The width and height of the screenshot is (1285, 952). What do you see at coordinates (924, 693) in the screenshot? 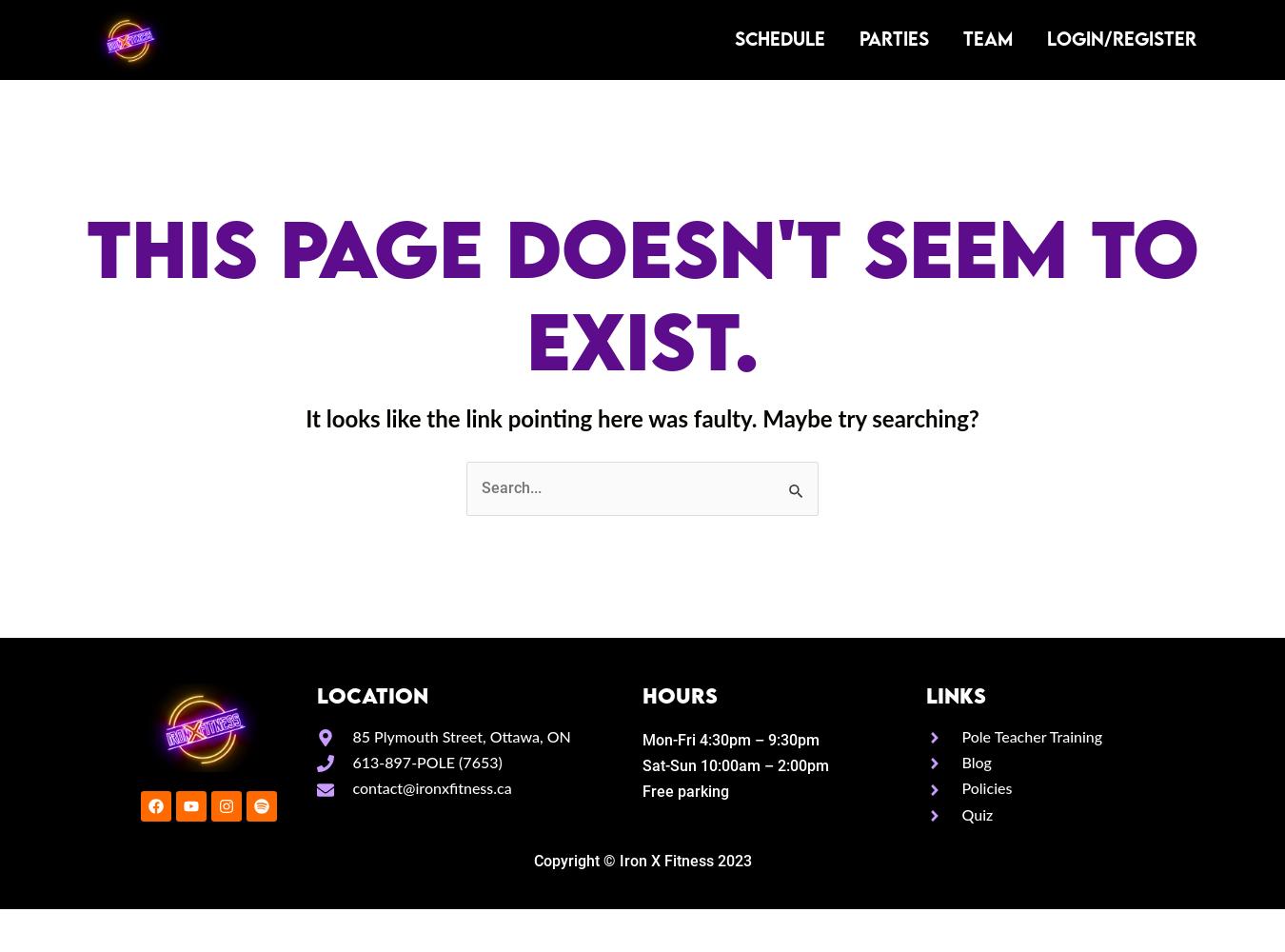
I see `'LINKS'` at bounding box center [924, 693].